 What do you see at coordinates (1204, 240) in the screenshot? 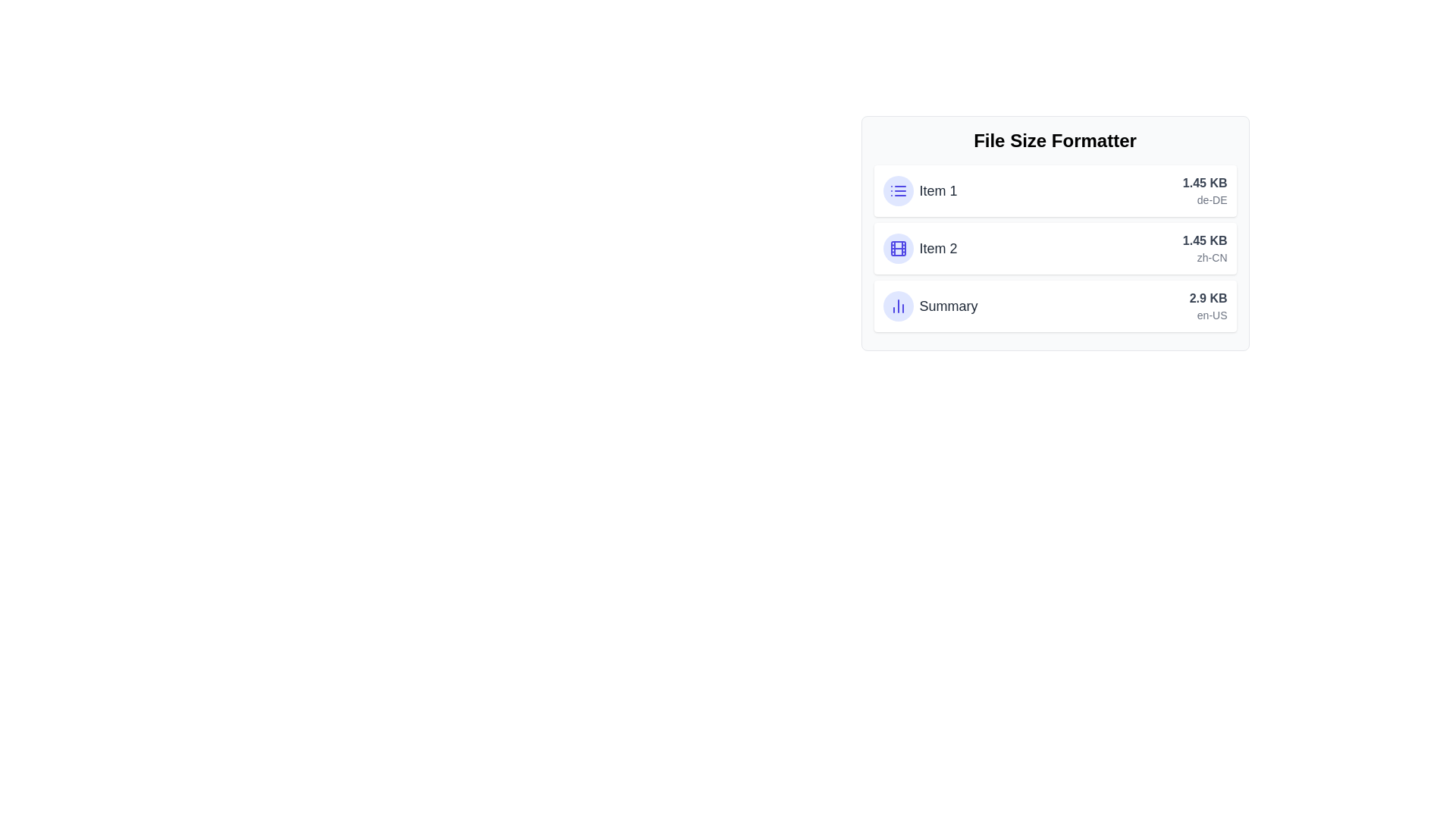
I see `the Text label displaying the file size for 'Item 2' for accessibility navigation` at bounding box center [1204, 240].